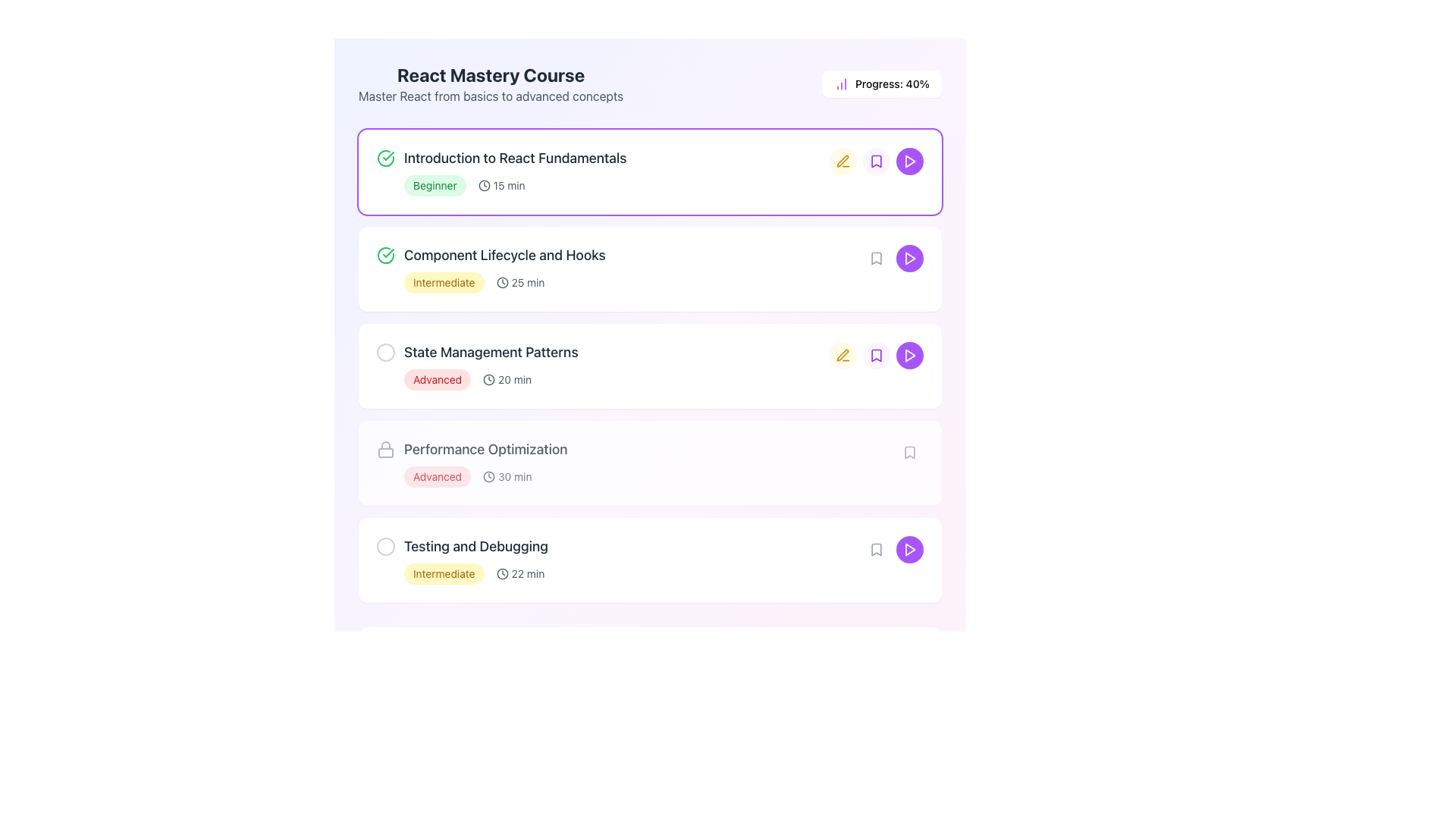  I want to click on the lock handle icon, which signifies security and is located at the upper section of the lock icon near 'Performance Optimization' in the course topics list, so click(385, 444).